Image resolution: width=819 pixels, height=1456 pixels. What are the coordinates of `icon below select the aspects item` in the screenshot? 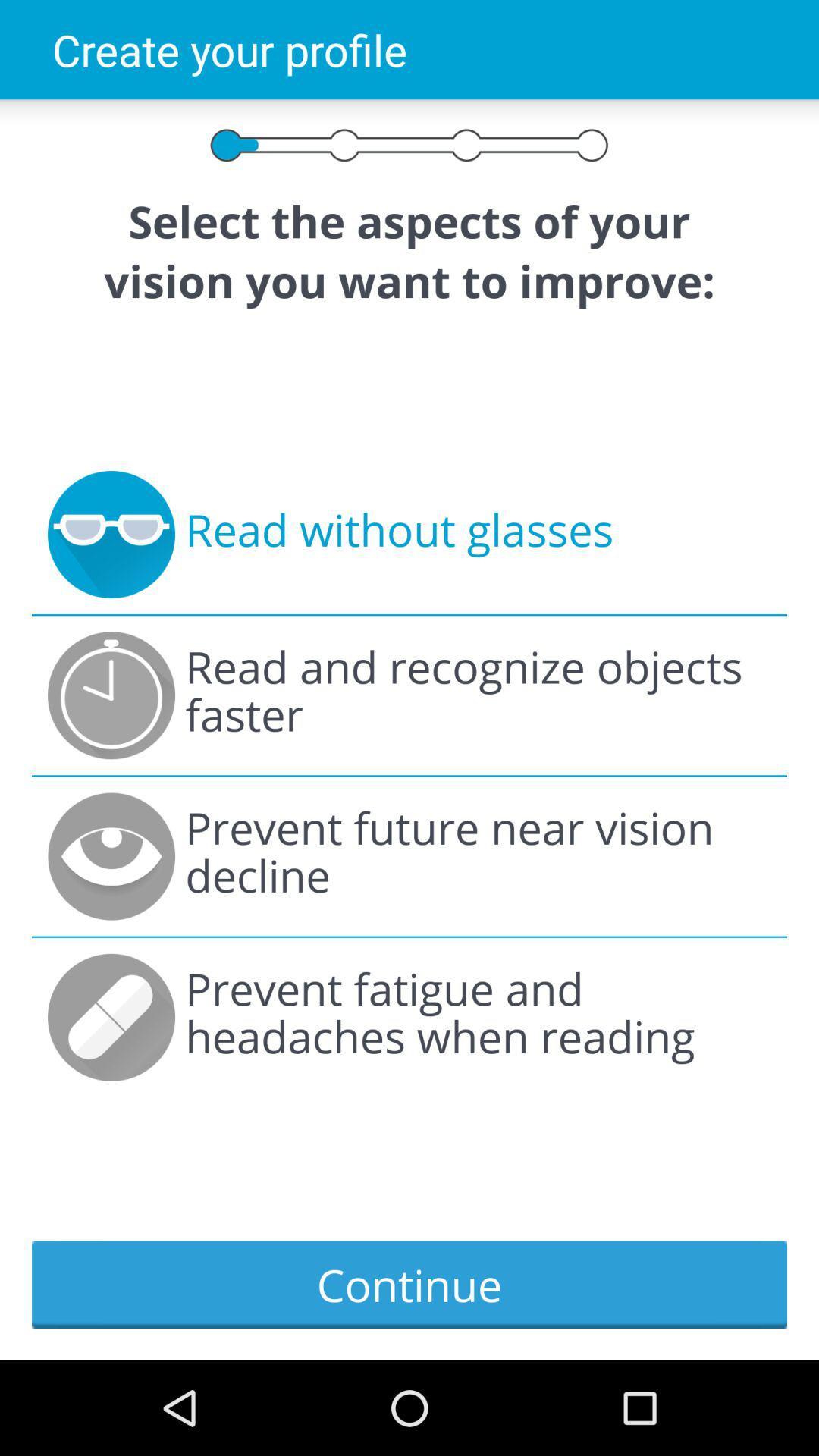 It's located at (398, 535).